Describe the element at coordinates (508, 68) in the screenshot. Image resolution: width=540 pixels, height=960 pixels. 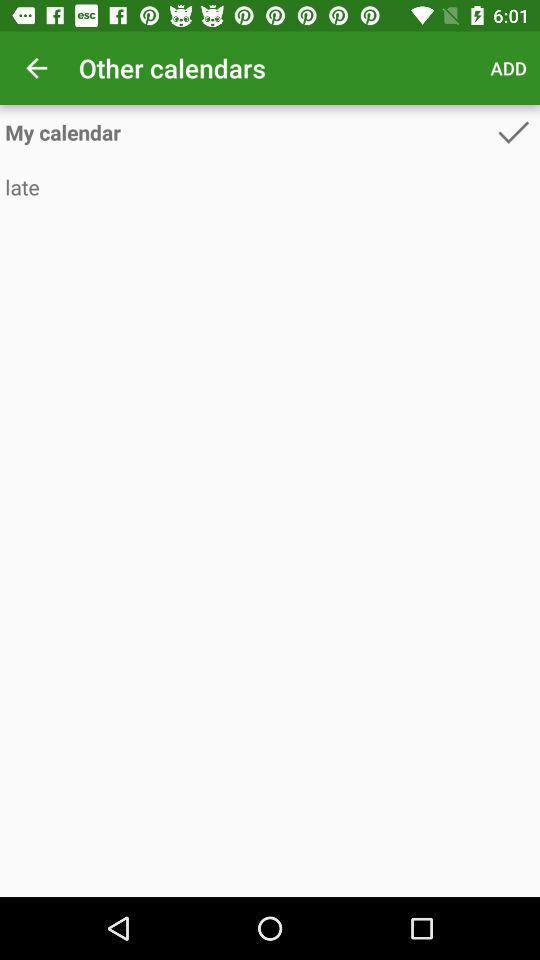
I see `app next to other calendars icon` at that location.